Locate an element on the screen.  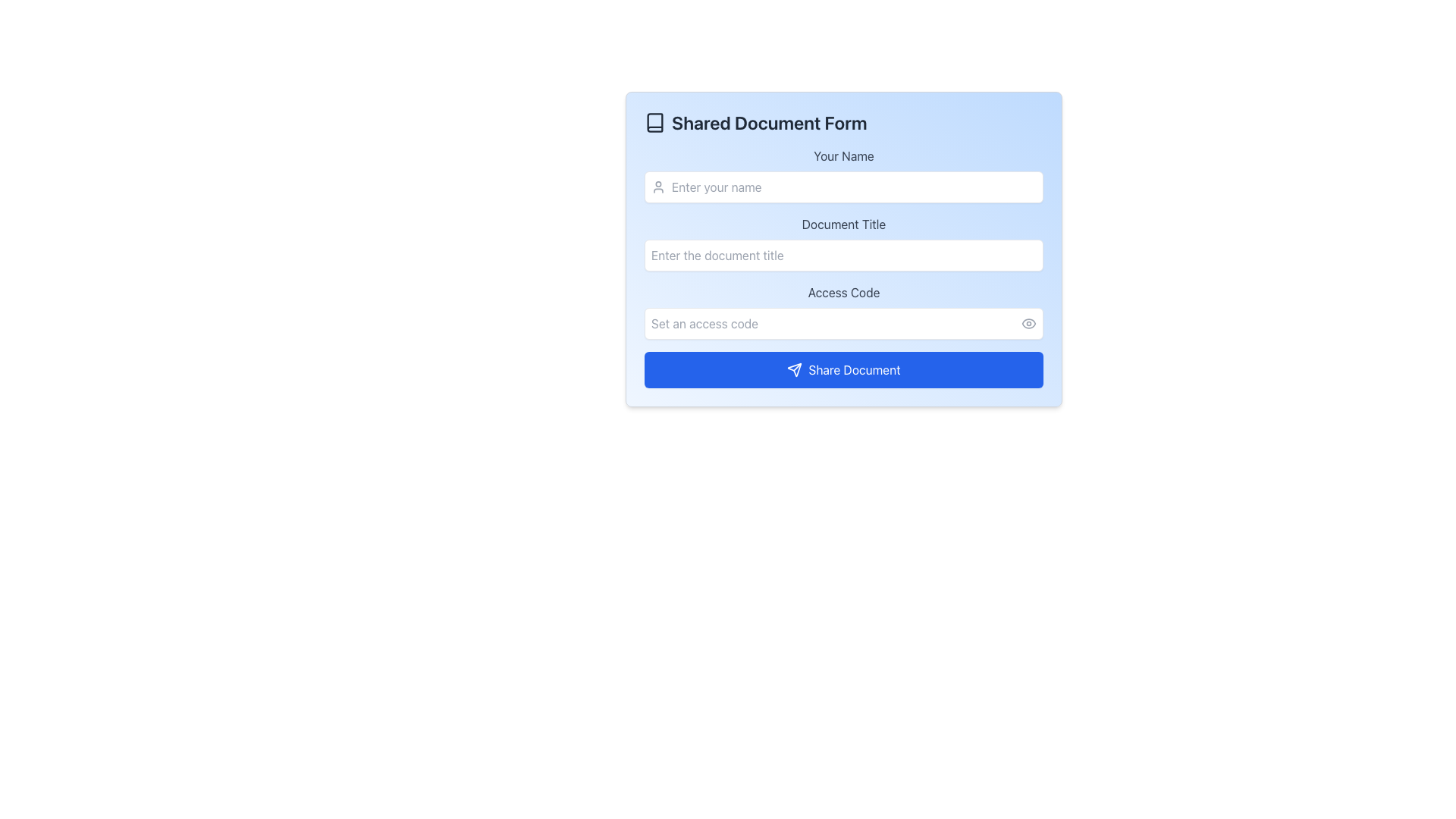
the input field for the access code to focus for text input, located centrally in the form interface beneath the 'Document Title' section is located at coordinates (843, 311).